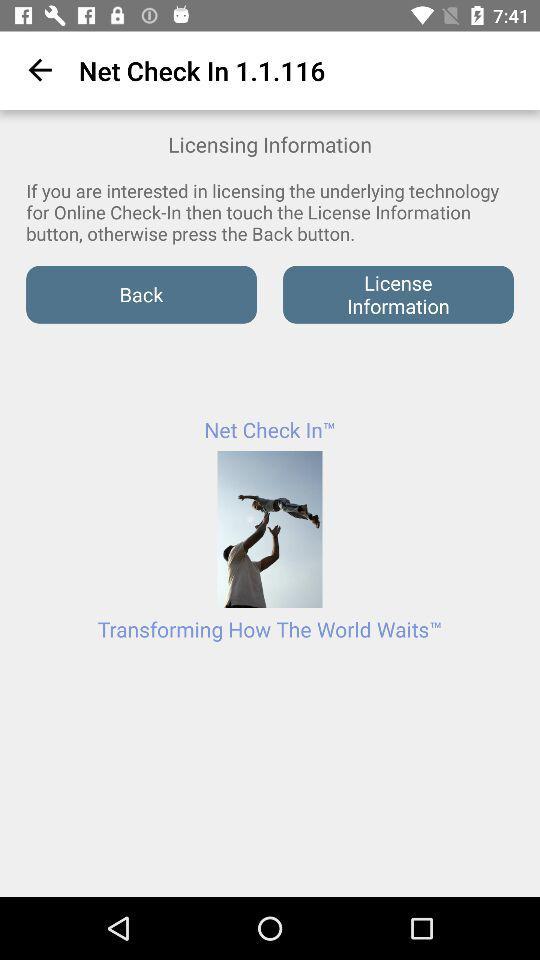  Describe the element at coordinates (36, 70) in the screenshot. I see `the app to the left of the net check in app` at that location.